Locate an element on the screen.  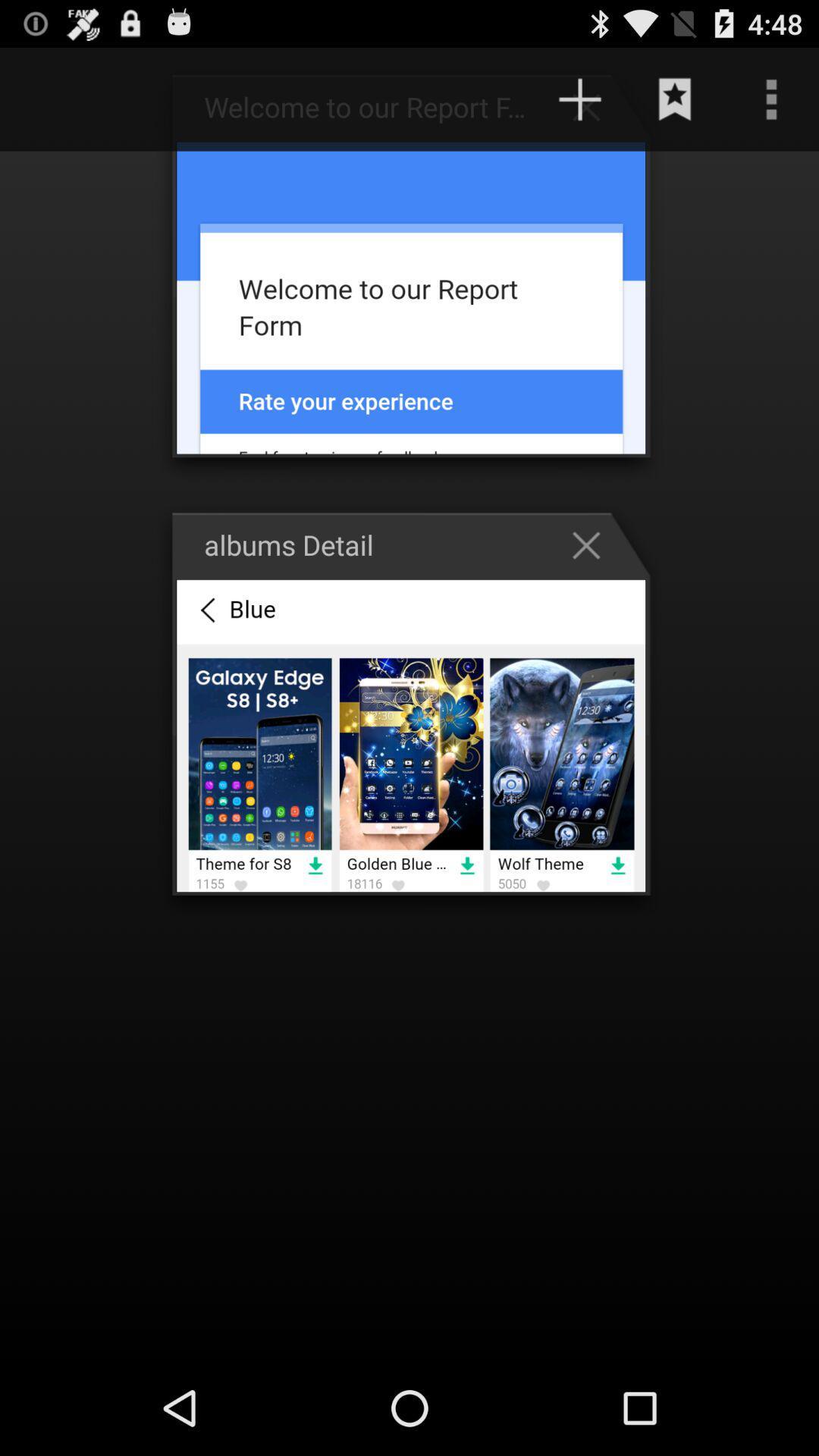
the close icon is located at coordinates (593, 582).